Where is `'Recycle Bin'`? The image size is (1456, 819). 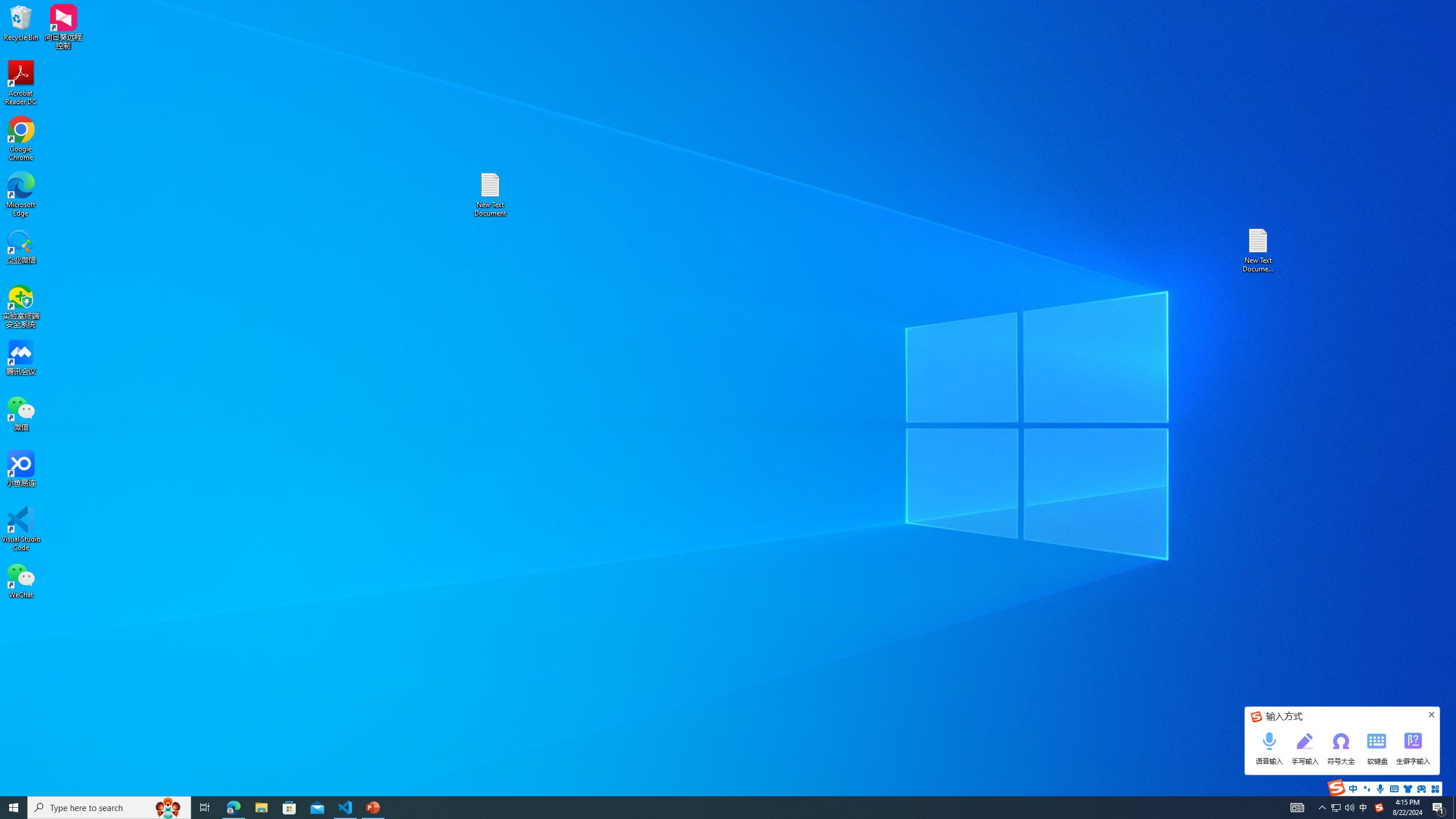
'Recycle Bin' is located at coordinates (20, 22).